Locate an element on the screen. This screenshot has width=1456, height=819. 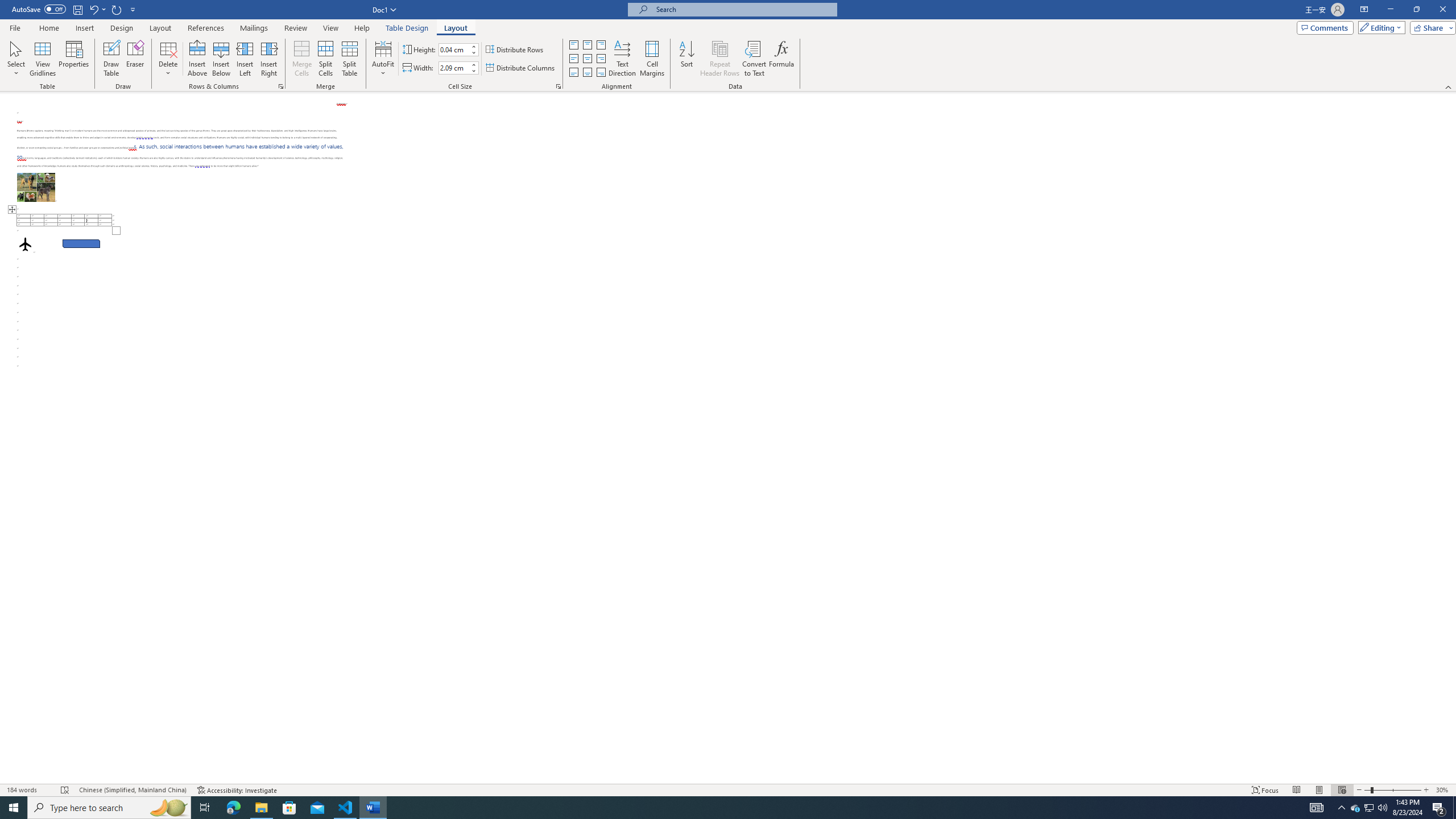
'Insert Left' is located at coordinates (245, 59).